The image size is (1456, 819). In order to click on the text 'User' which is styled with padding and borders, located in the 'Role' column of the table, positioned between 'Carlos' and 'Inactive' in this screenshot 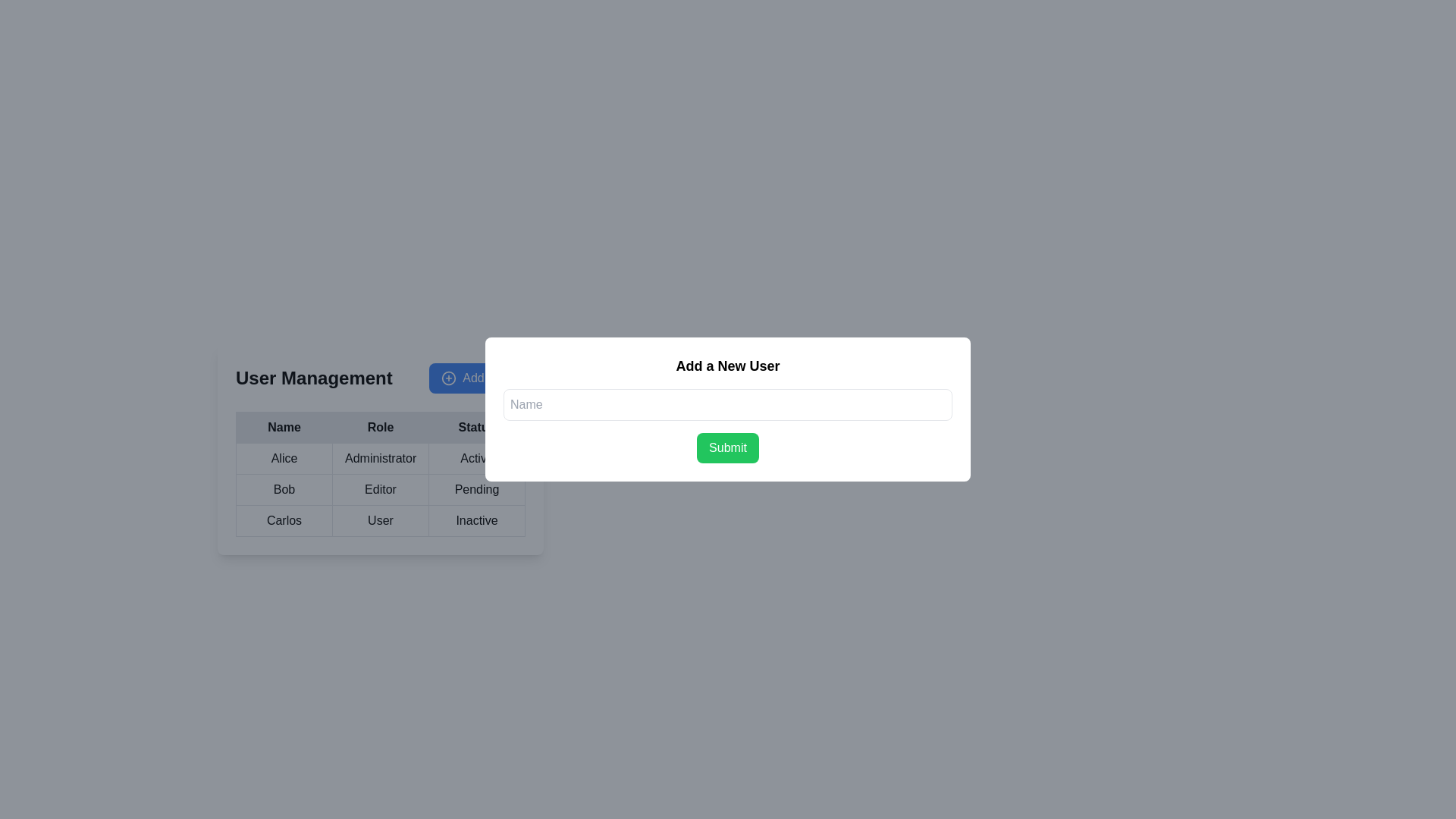, I will do `click(381, 519)`.